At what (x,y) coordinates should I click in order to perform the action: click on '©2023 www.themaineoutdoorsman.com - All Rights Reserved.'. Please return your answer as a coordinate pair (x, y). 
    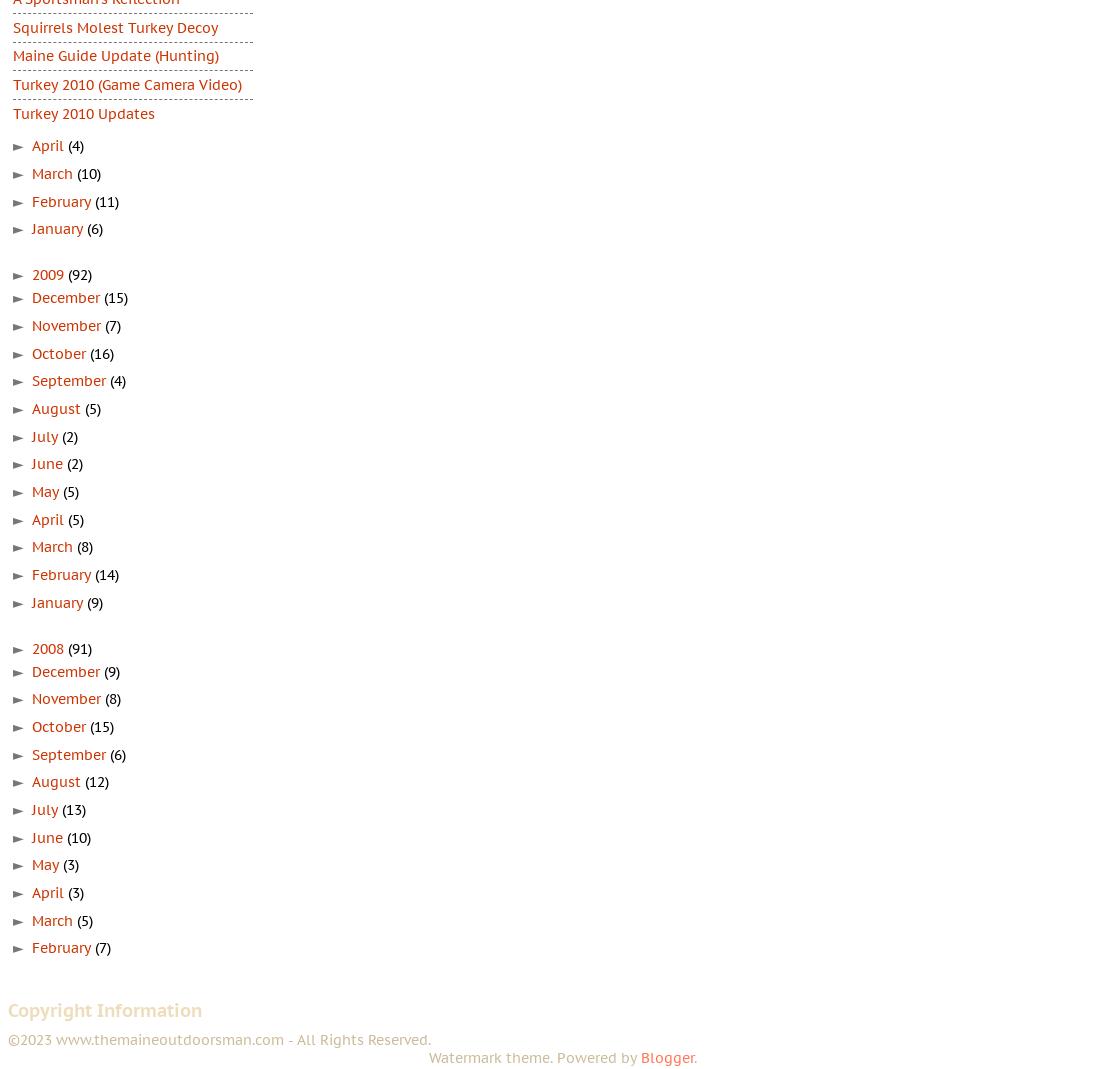
    Looking at the image, I should click on (219, 1038).